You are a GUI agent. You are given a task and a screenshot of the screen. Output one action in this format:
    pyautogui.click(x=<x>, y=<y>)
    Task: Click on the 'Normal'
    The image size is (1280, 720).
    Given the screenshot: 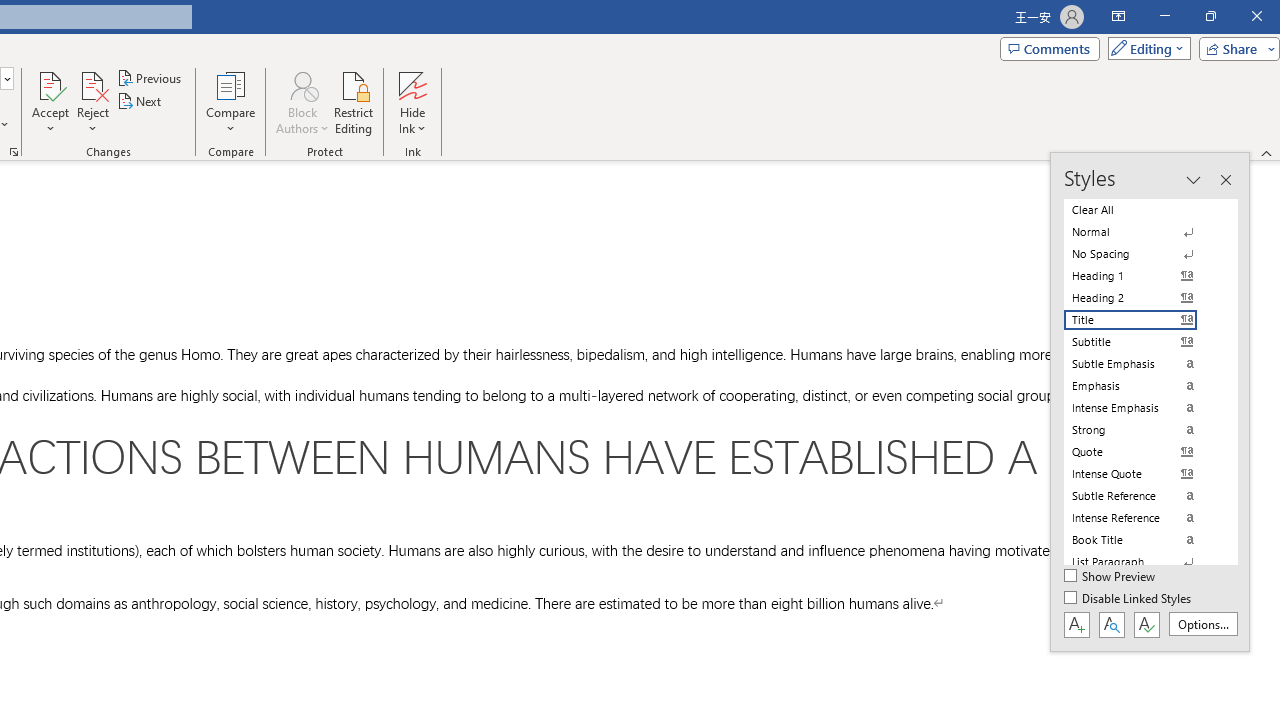 What is the action you would take?
    pyautogui.click(x=1142, y=231)
    